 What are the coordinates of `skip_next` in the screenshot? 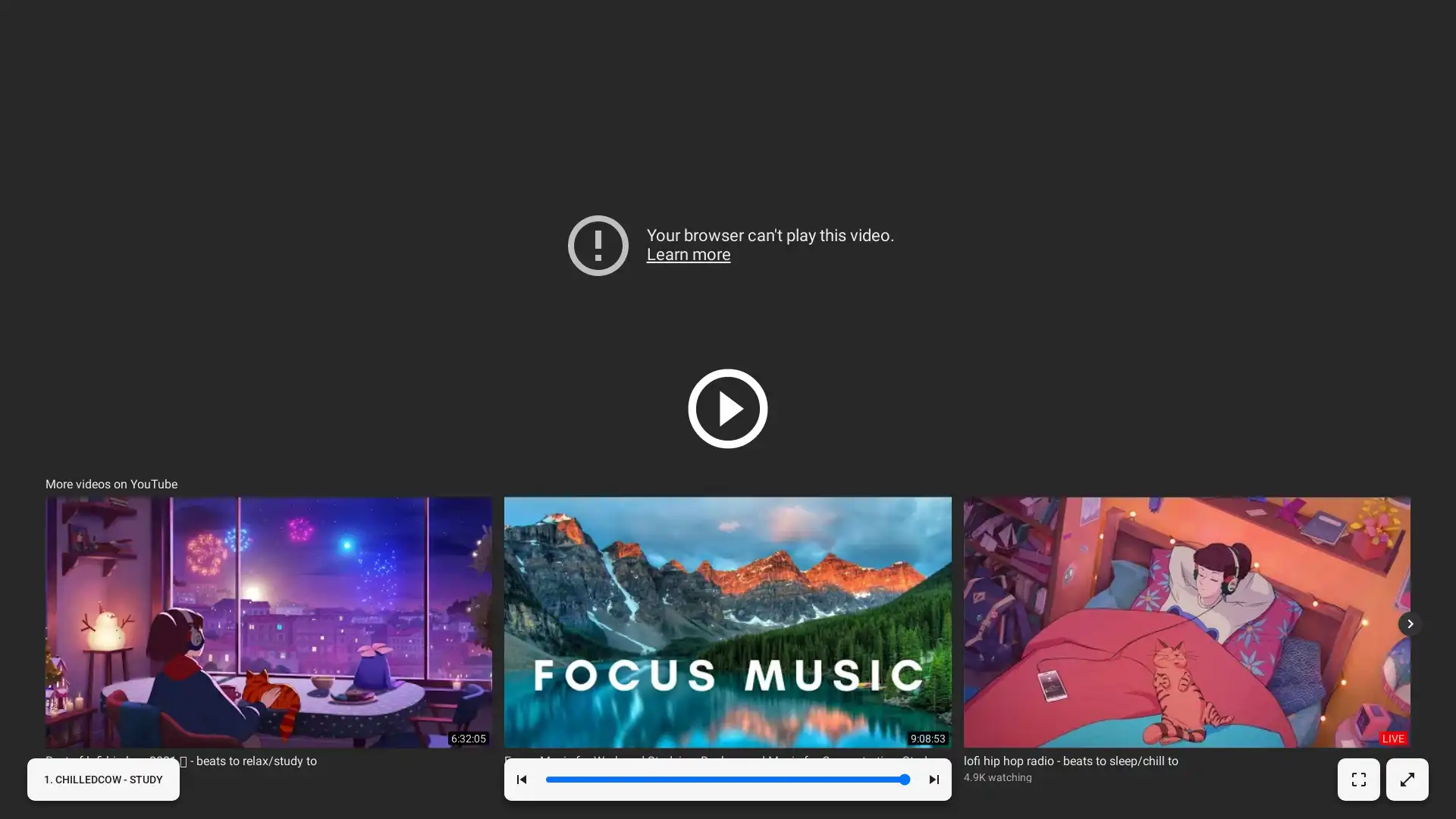 It's located at (932, 780).